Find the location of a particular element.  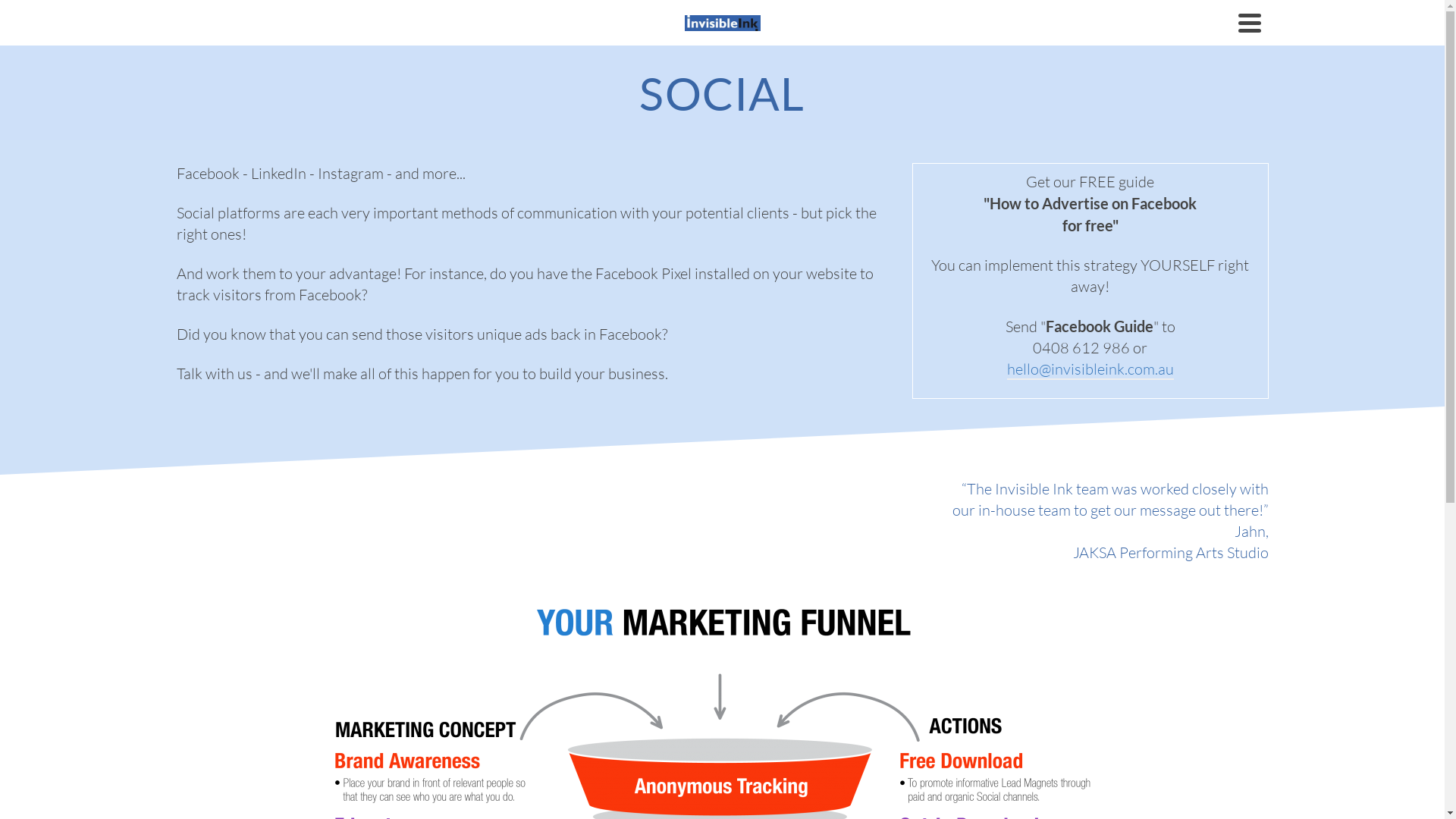

'hello@invisibleink.com.au' is located at coordinates (1090, 369).